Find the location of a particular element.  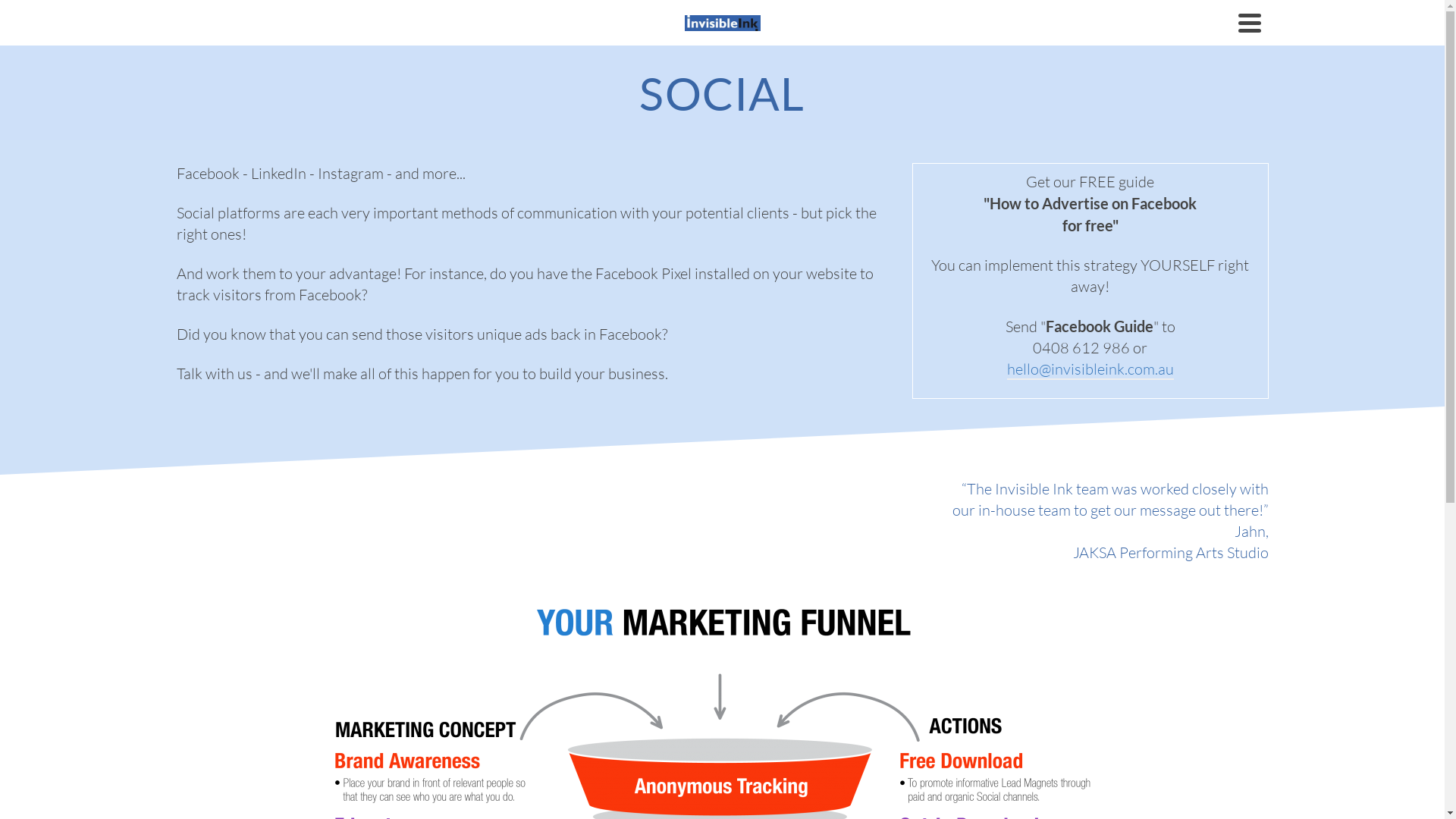

'hello@invisibleink.com.au' is located at coordinates (1090, 369).